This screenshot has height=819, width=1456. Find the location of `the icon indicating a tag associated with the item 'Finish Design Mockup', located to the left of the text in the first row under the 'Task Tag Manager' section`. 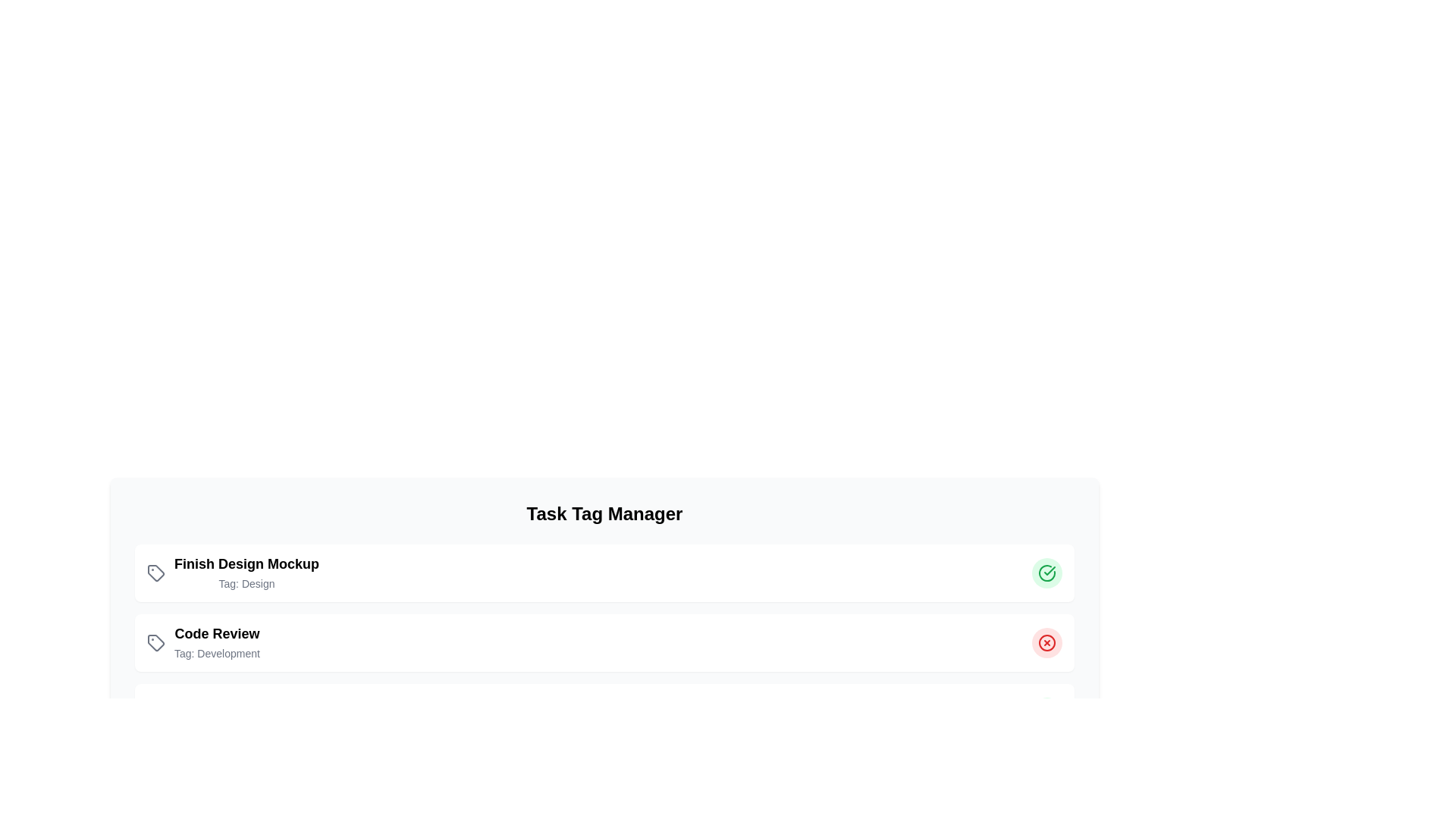

the icon indicating a tag associated with the item 'Finish Design Mockup', located to the left of the text in the first row under the 'Task Tag Manager' section is located at coordinates (156, 573).